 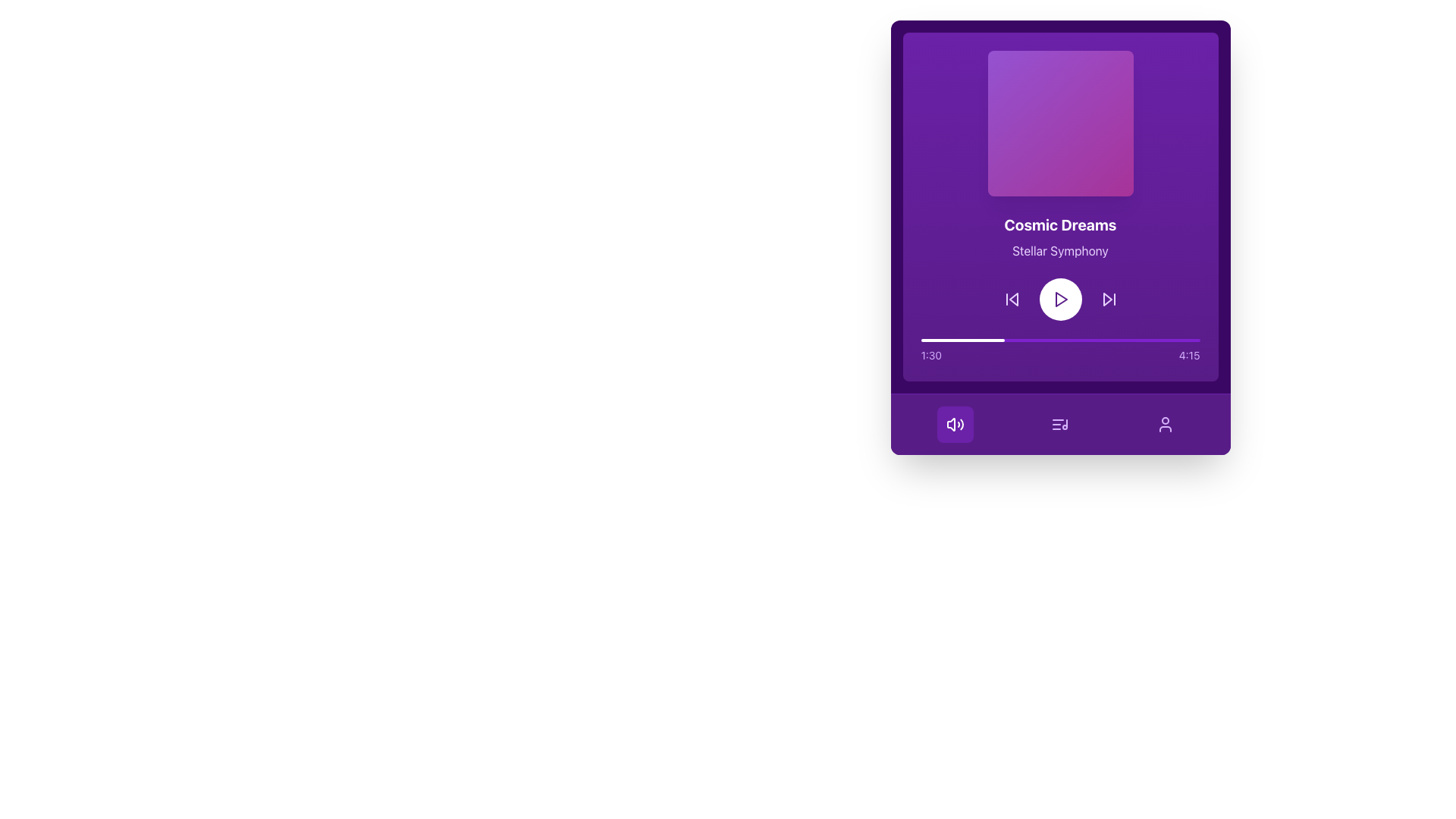 What do you see at coordinates (928, 339) in the screenshot?
I see `the slider position` at bounding box center [928, 339].